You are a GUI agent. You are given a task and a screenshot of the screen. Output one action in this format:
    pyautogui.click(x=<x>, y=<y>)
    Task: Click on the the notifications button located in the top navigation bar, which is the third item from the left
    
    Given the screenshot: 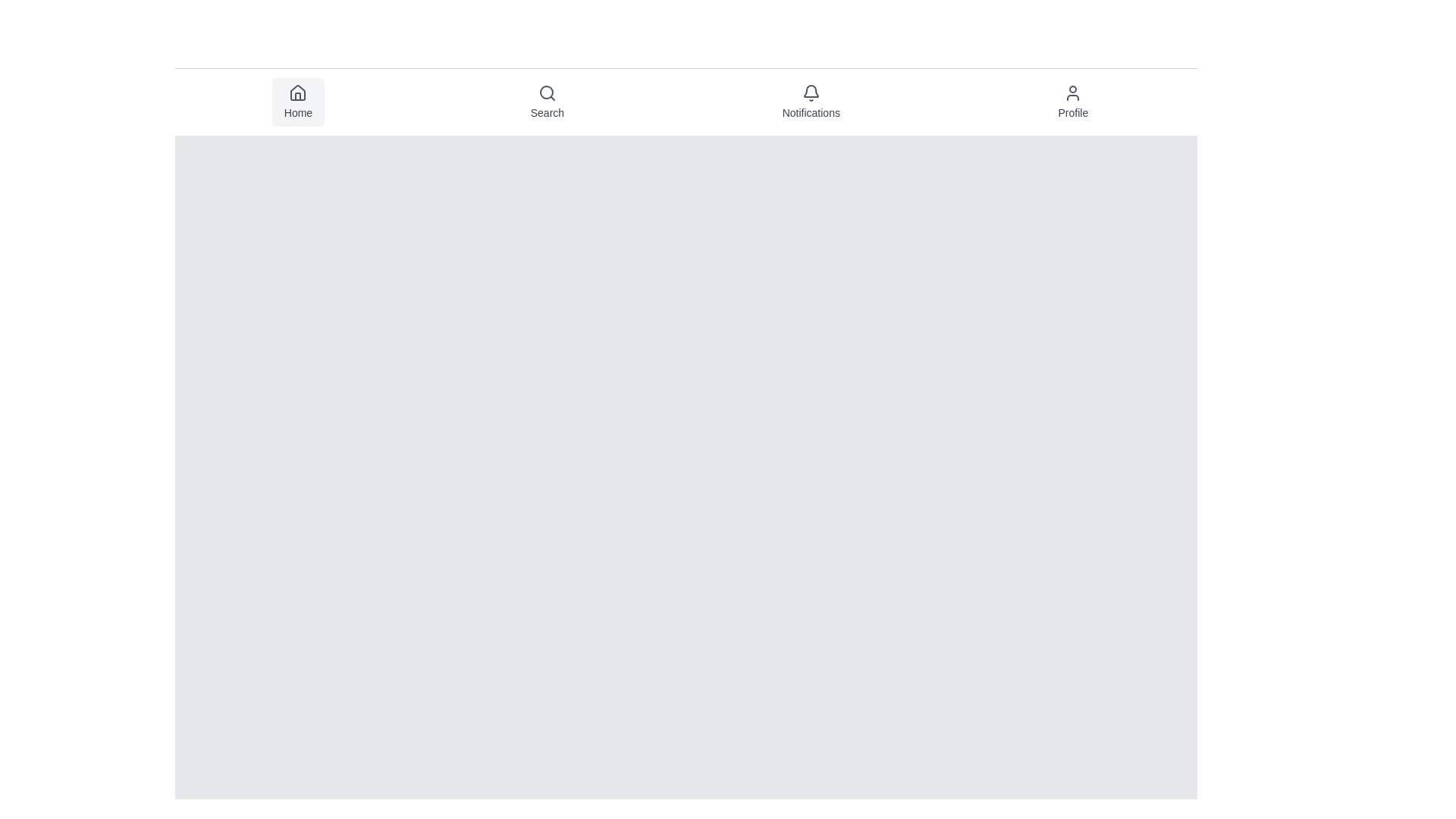 What is the action you would take?
    pyautogui.click(x=810, y=102)
    